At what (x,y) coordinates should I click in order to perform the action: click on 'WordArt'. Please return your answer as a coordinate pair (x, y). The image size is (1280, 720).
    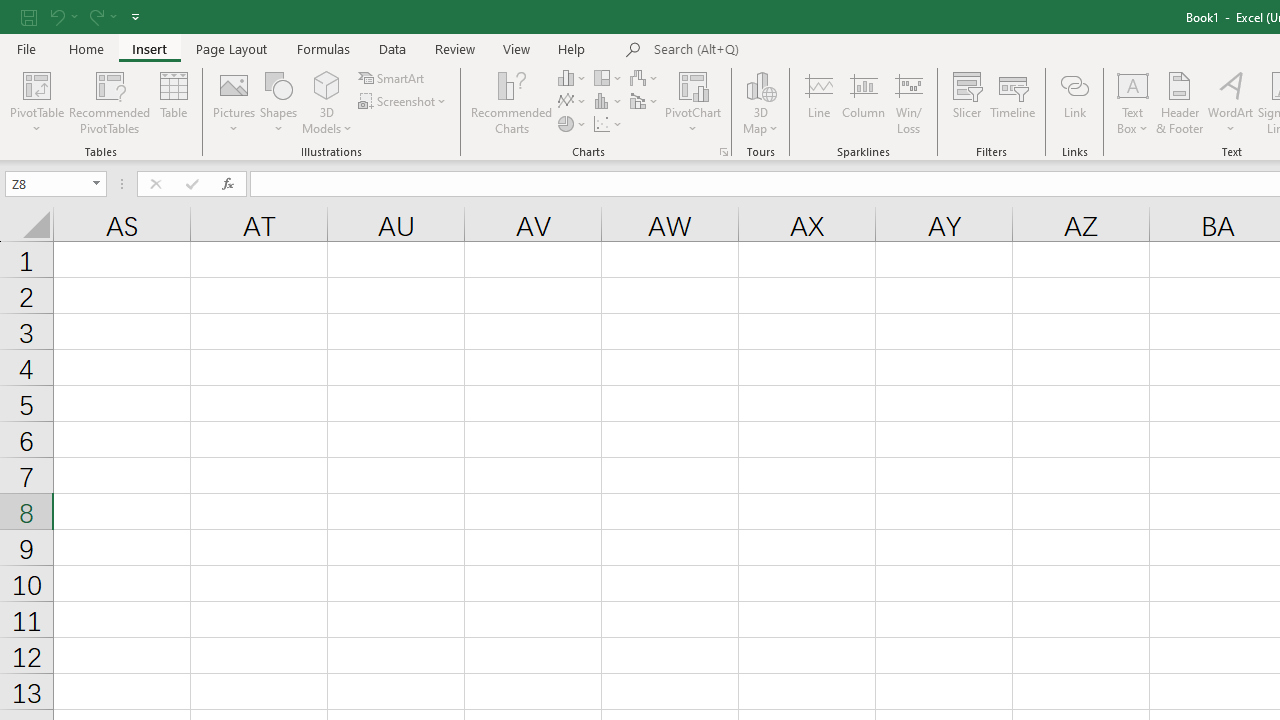
    Looking at the image, I should click on (1229, 103).